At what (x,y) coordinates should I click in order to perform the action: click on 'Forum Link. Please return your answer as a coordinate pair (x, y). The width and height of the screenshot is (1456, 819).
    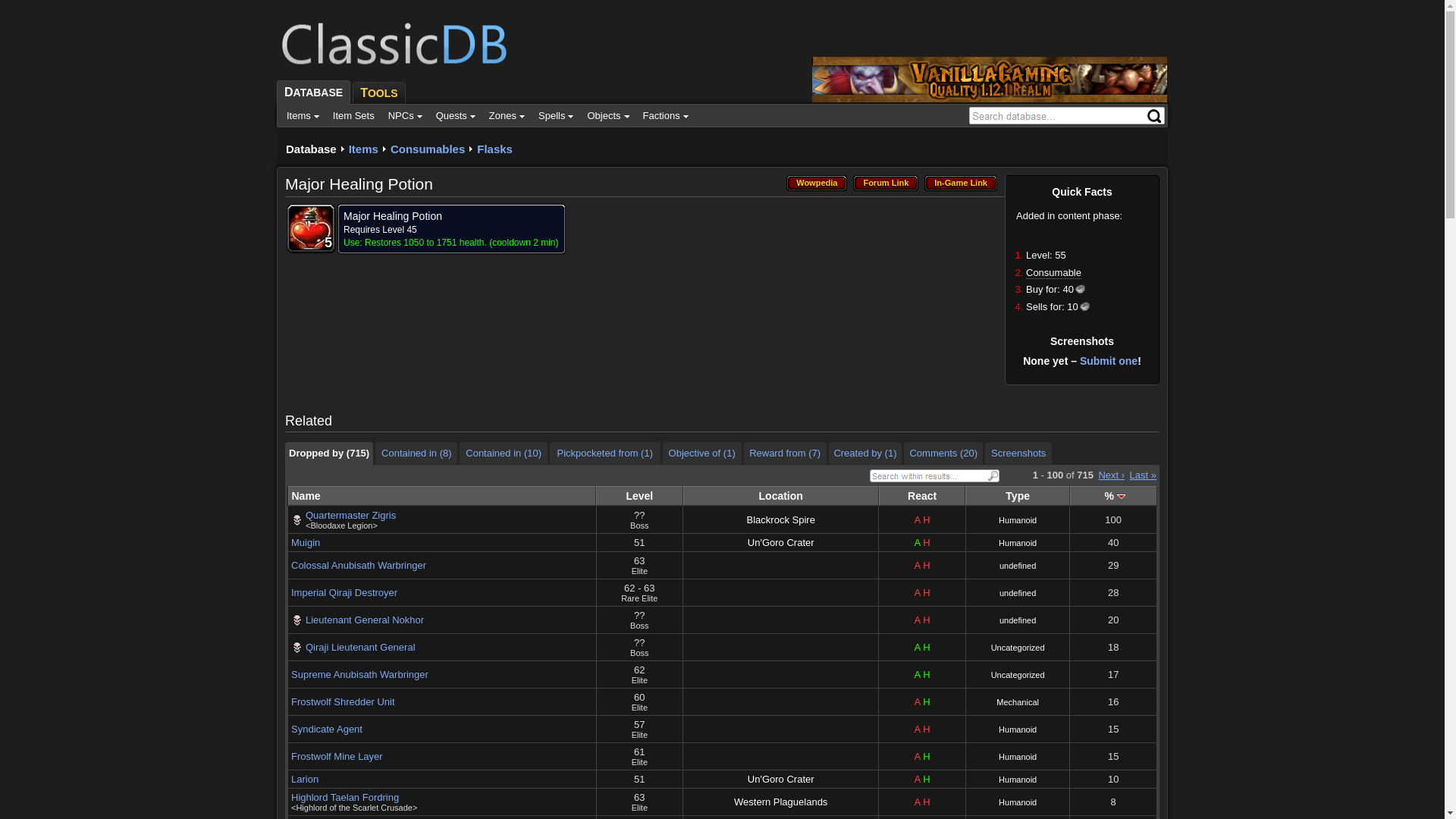
    Looking at the image, I should click on (885, 182).